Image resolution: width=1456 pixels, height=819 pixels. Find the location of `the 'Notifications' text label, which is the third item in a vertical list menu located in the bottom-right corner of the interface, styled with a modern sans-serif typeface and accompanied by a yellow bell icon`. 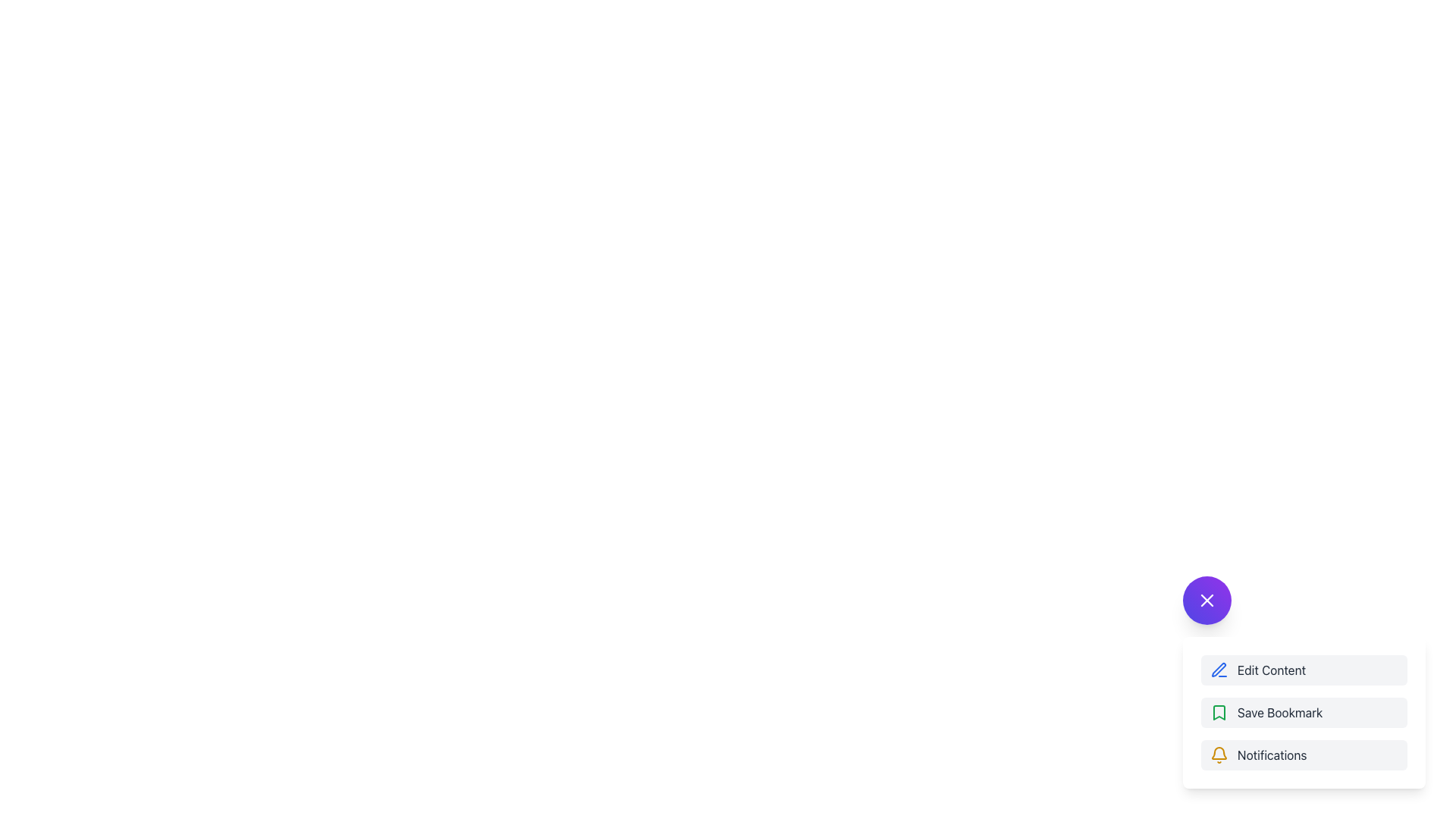

the 'Notifications' text label, which is the third item in a vertical list menu located in the bottom-right corner of the interface, styled with a modern sans-serif typeface and accompanied by a yellow bell icon is located at coordinates (1272, 755).